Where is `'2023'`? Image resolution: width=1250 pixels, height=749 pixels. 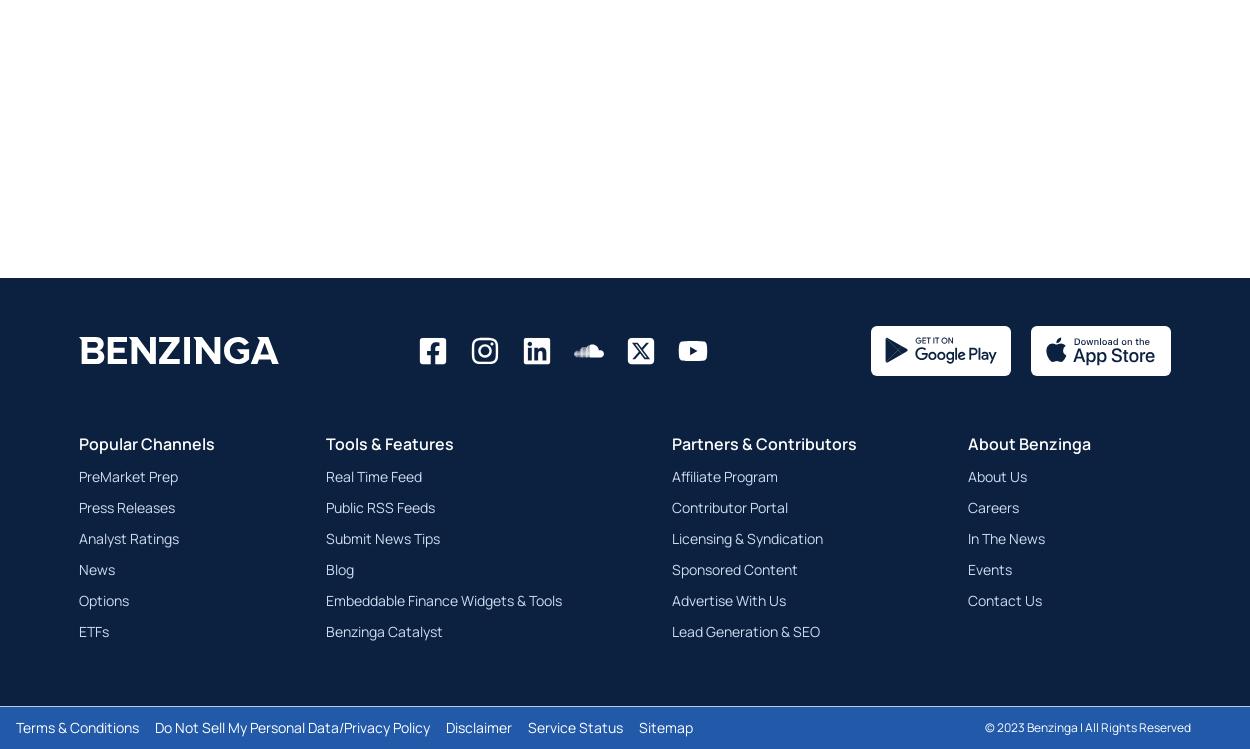 '2023' is located at coordinates (994, 725).